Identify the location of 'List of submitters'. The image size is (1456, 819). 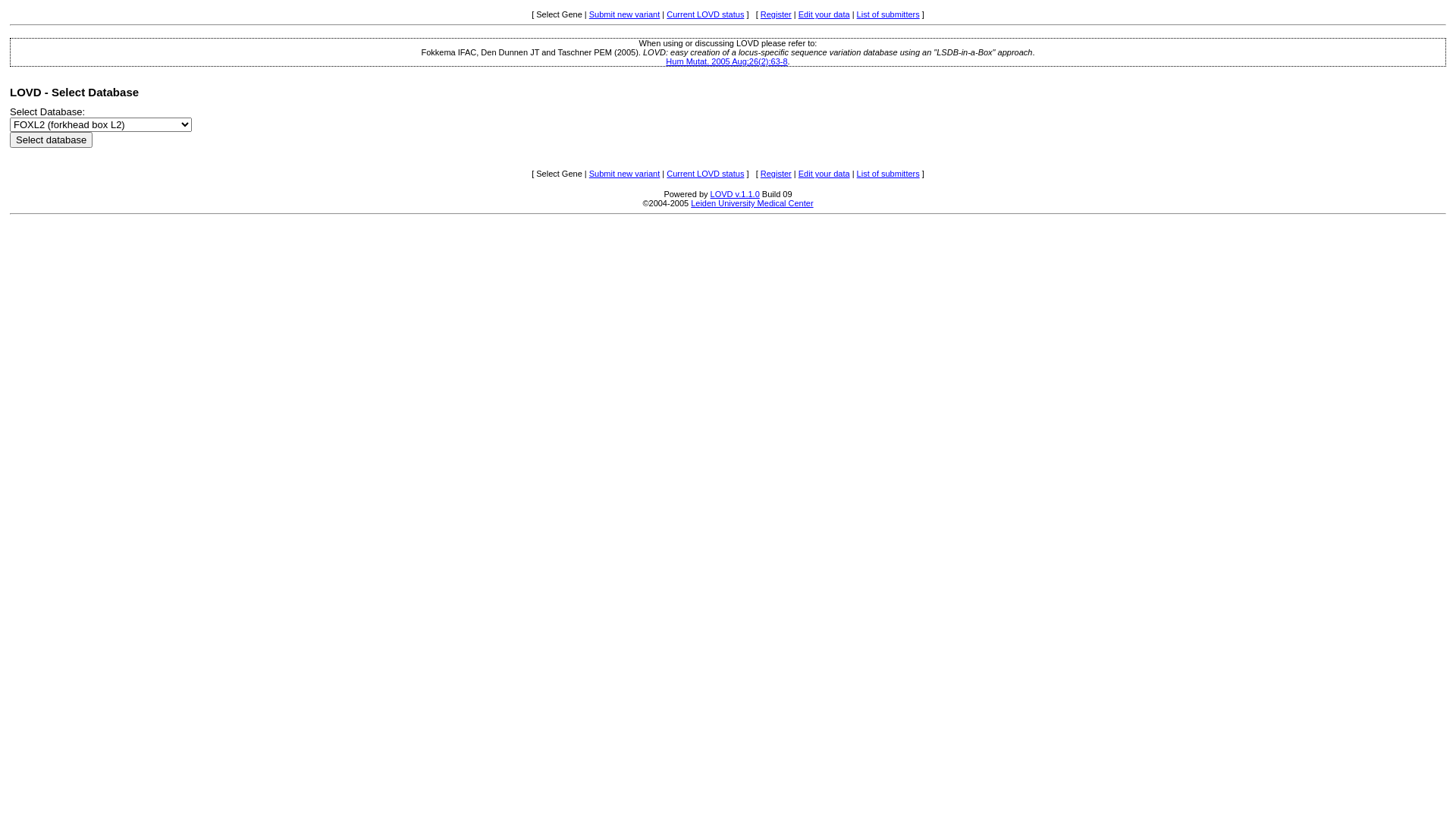
(888, 14).